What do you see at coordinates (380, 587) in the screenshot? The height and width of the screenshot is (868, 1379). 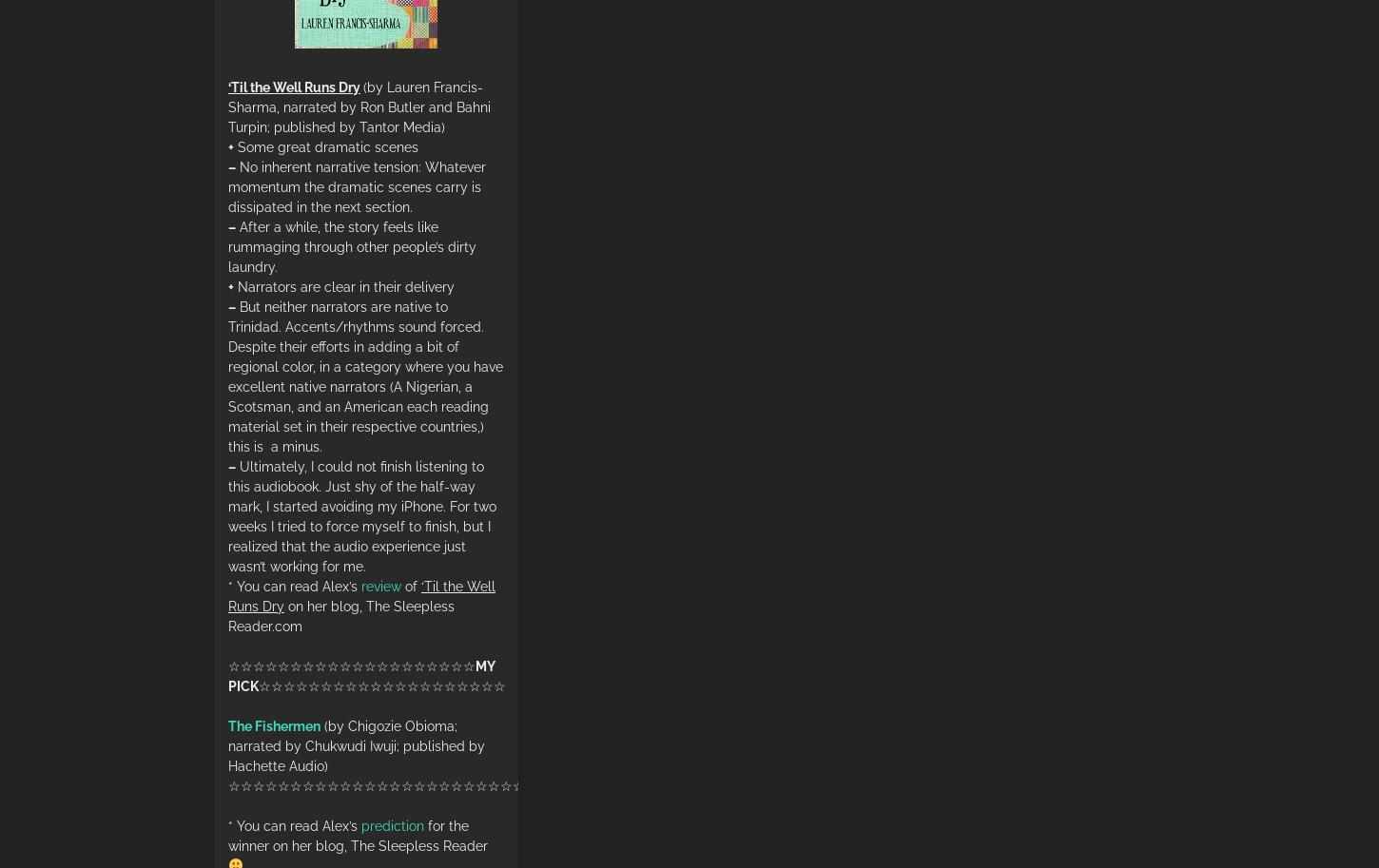 I see `'review'` at bounding box center [380, 587].